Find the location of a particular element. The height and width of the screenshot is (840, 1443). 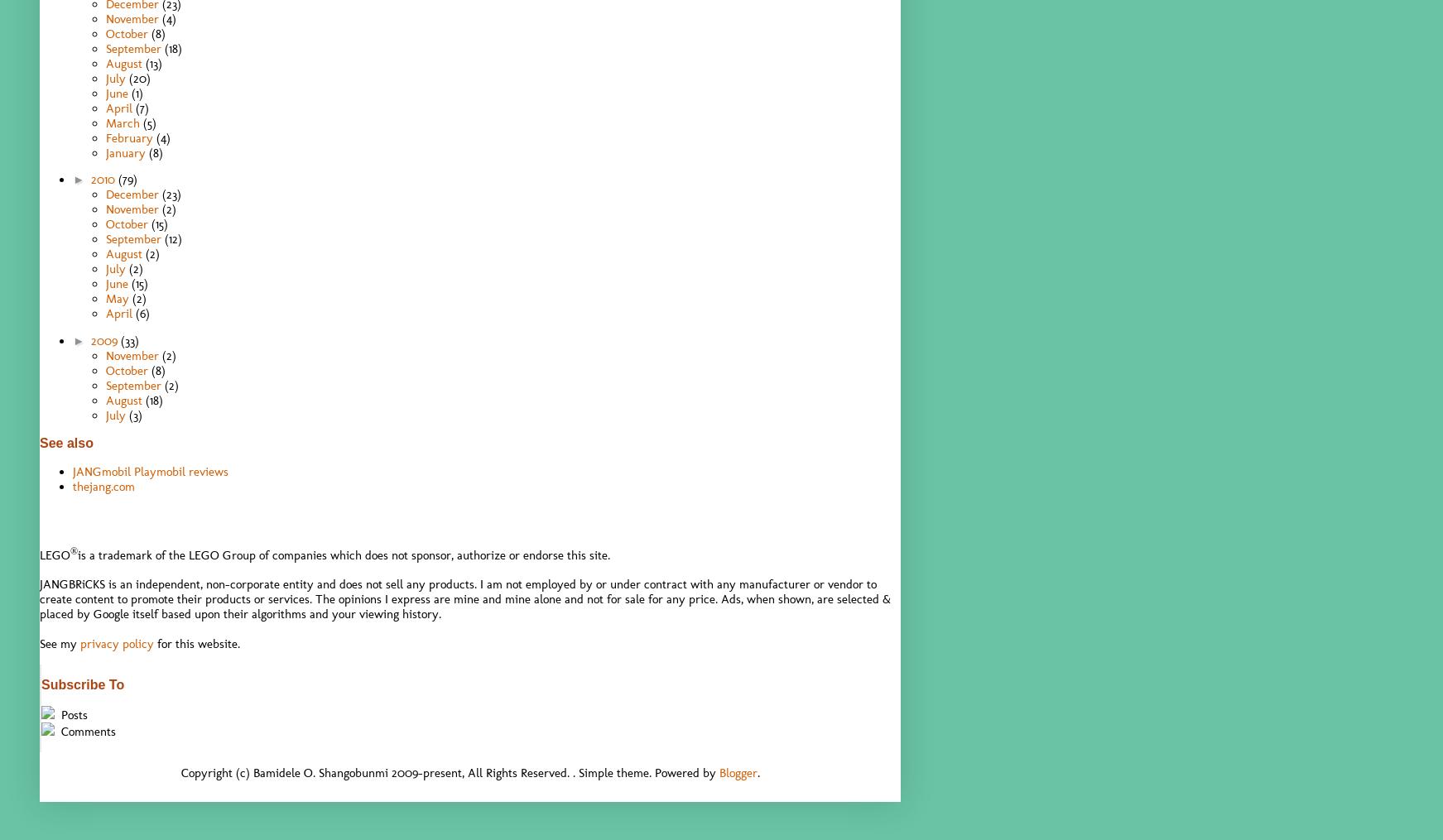

'December' is located at coordinates (105, 194).